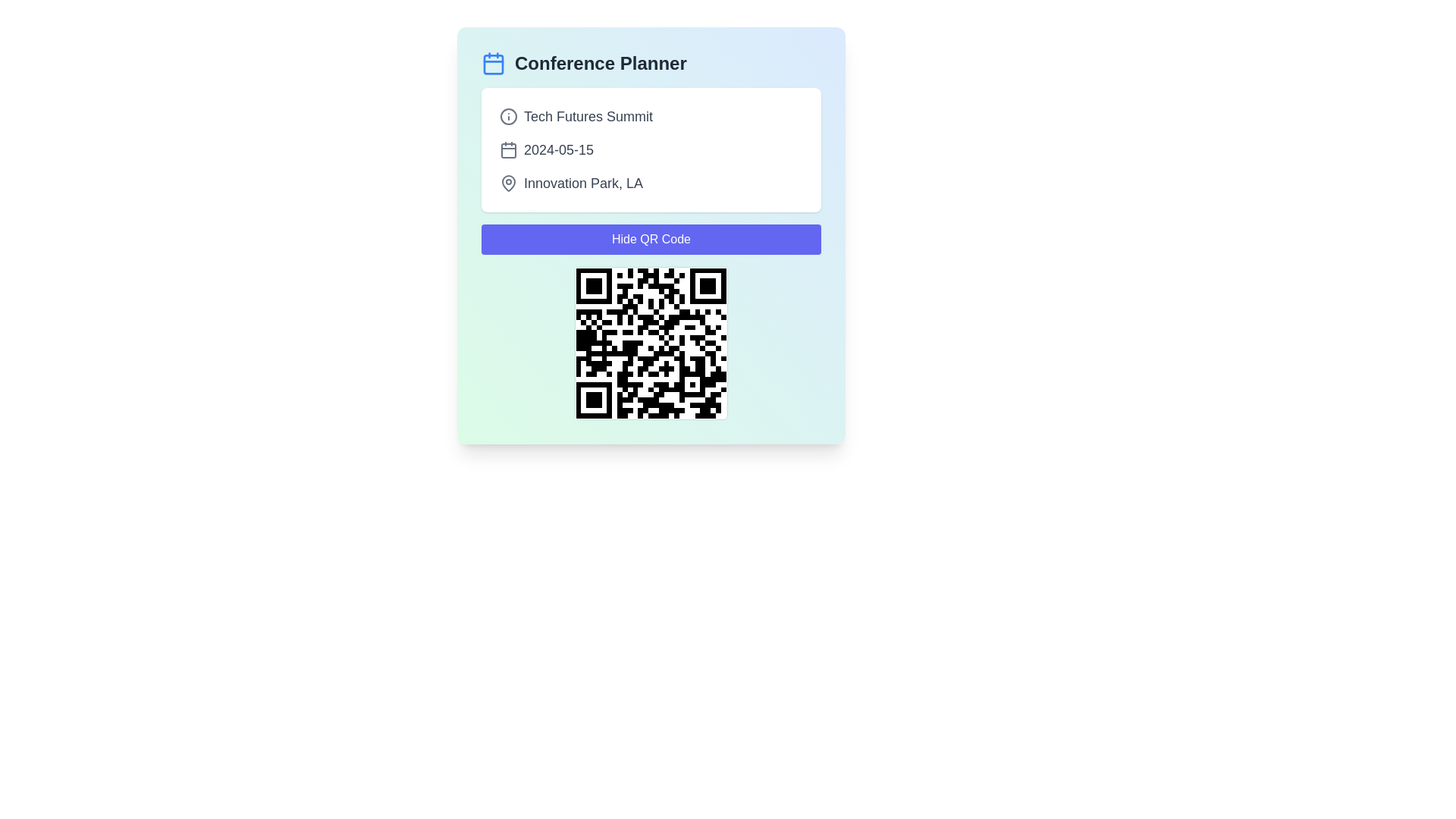 This screenshot has width=1456, height=819. Describe the element at coordinates (651, 63) in the screenshot. I see `the 'Conference Planner' header with a calendar icon, which is the first visible item in the gradient background section` at that location.